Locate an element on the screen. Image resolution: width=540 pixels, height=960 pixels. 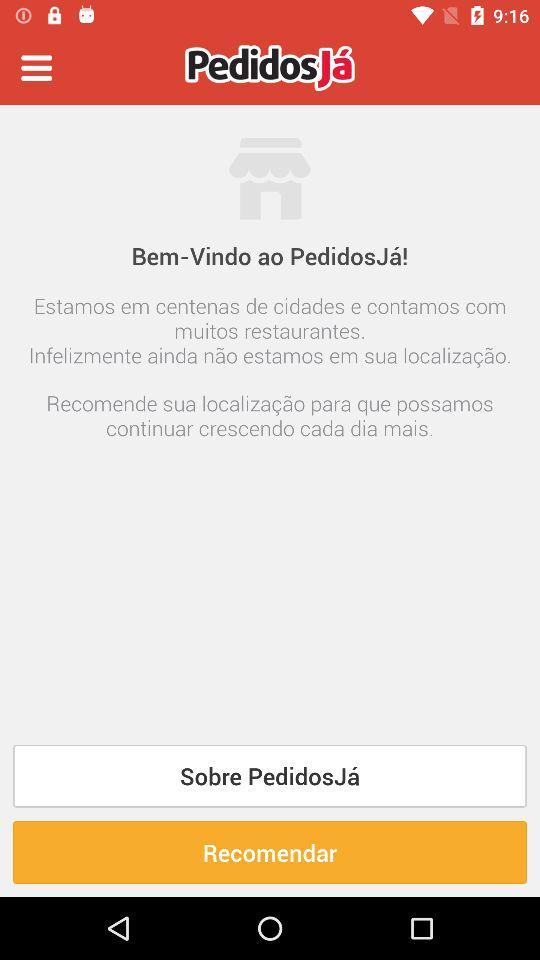
the icon above bem vindo ao is located at coordinates (270, 131).